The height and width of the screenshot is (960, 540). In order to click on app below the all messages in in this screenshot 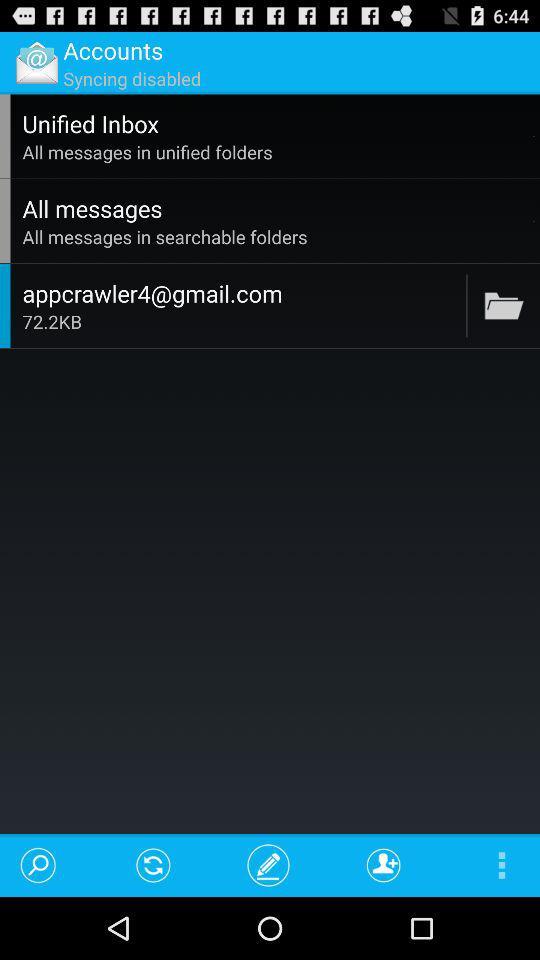, I will do `click(534, 221)`.